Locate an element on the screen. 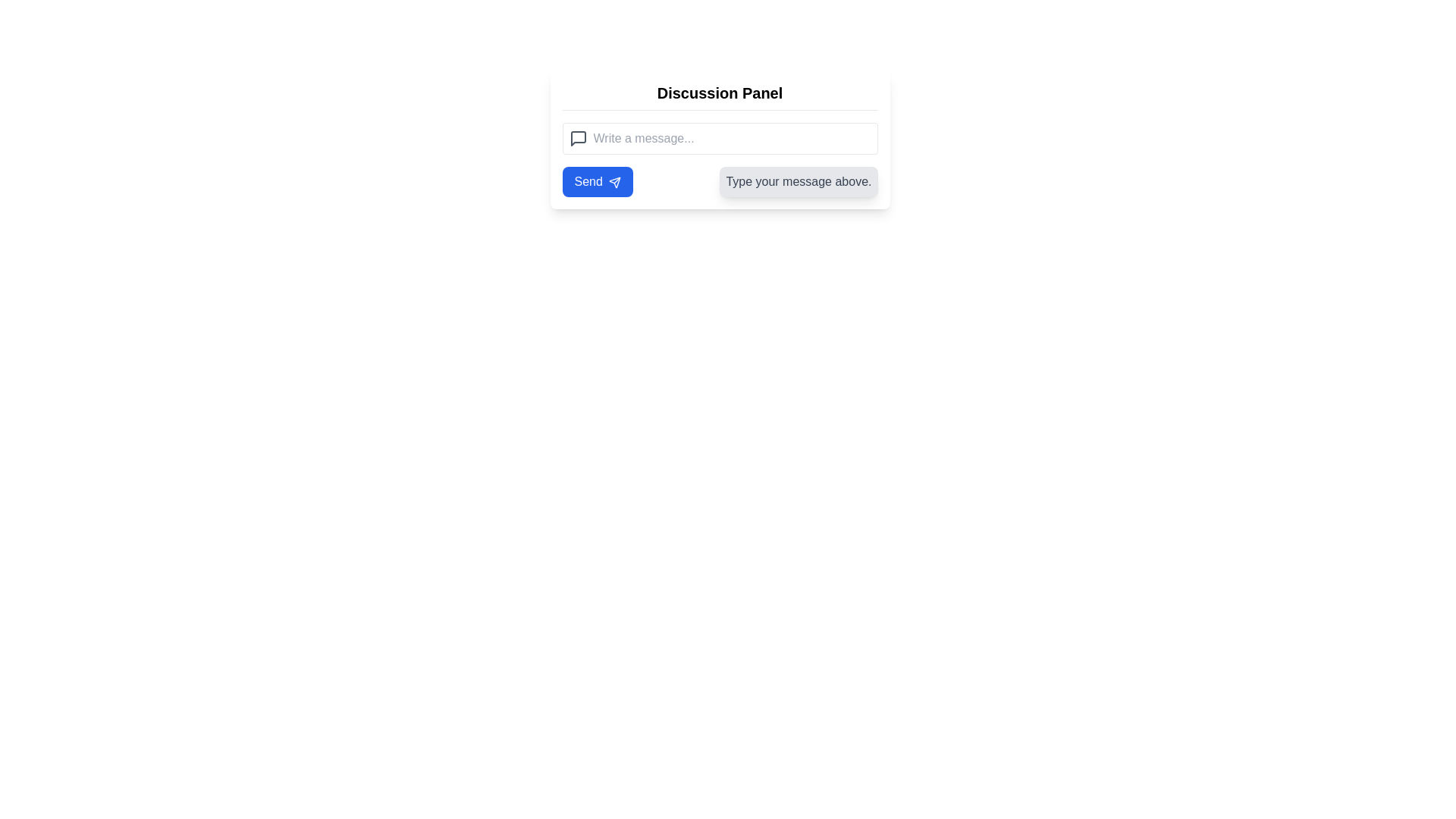  the button that sends a message, located to the left of the gray block containing the text 'Type your message above.' is located at coordinates (597, 180).